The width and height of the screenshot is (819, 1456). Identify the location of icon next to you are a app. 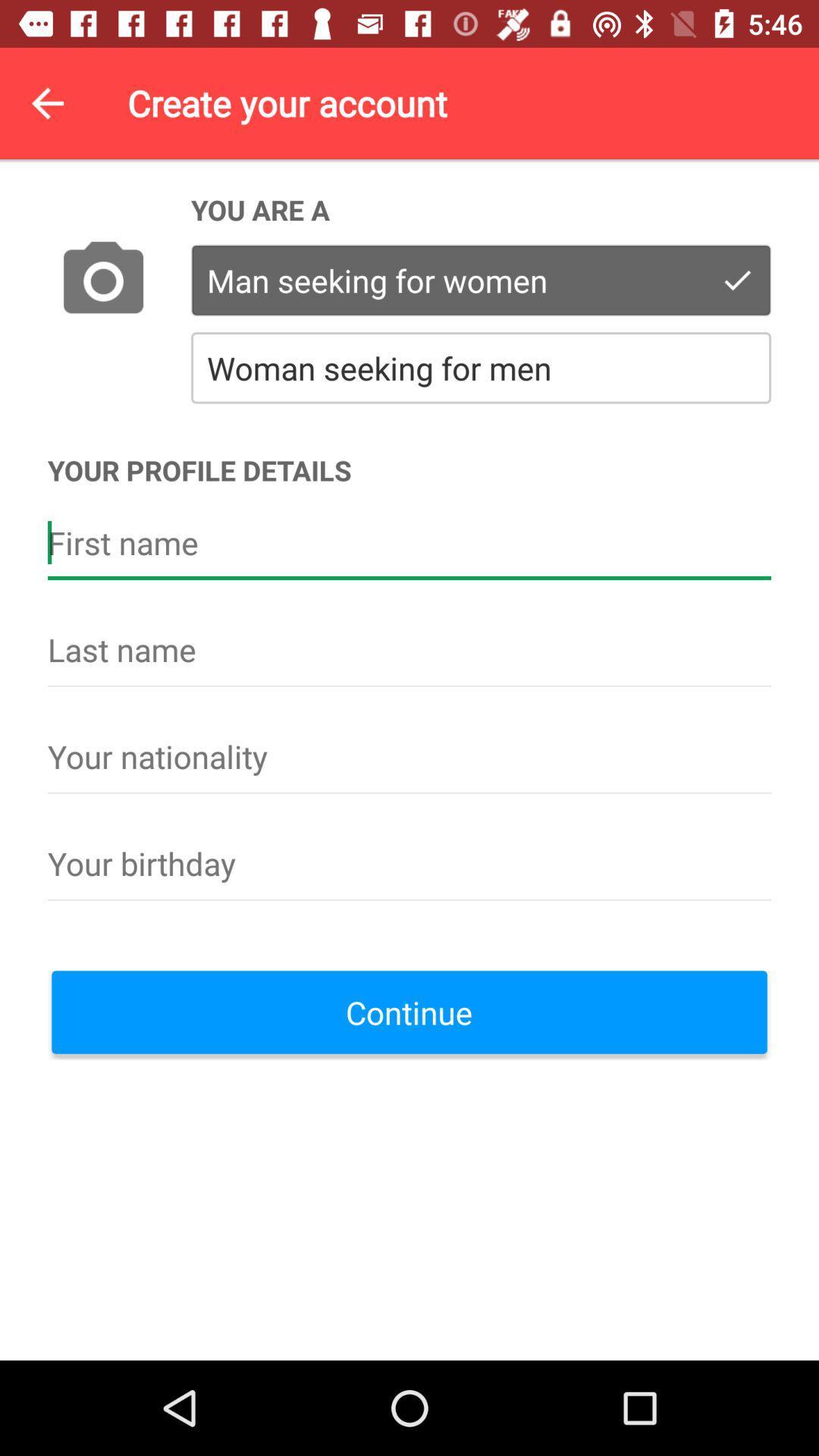
(102, 281).